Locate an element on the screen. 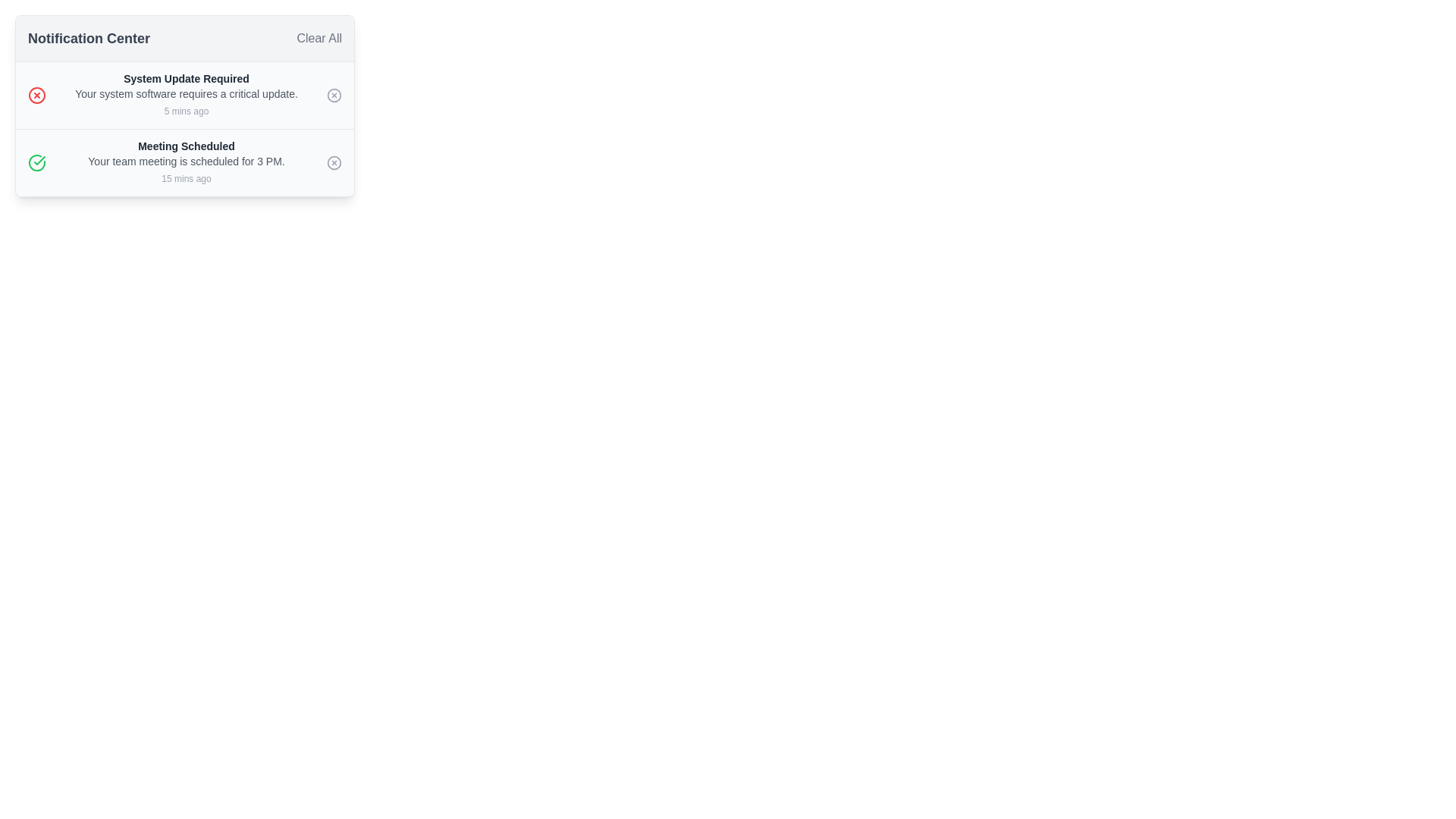 The width and height of the screenshot is (1456, 819). the Circle SVG component located in the second row of notifications in the notification center, which is positioned to the far right of the second notification entry is located at coordinates (334, 163).